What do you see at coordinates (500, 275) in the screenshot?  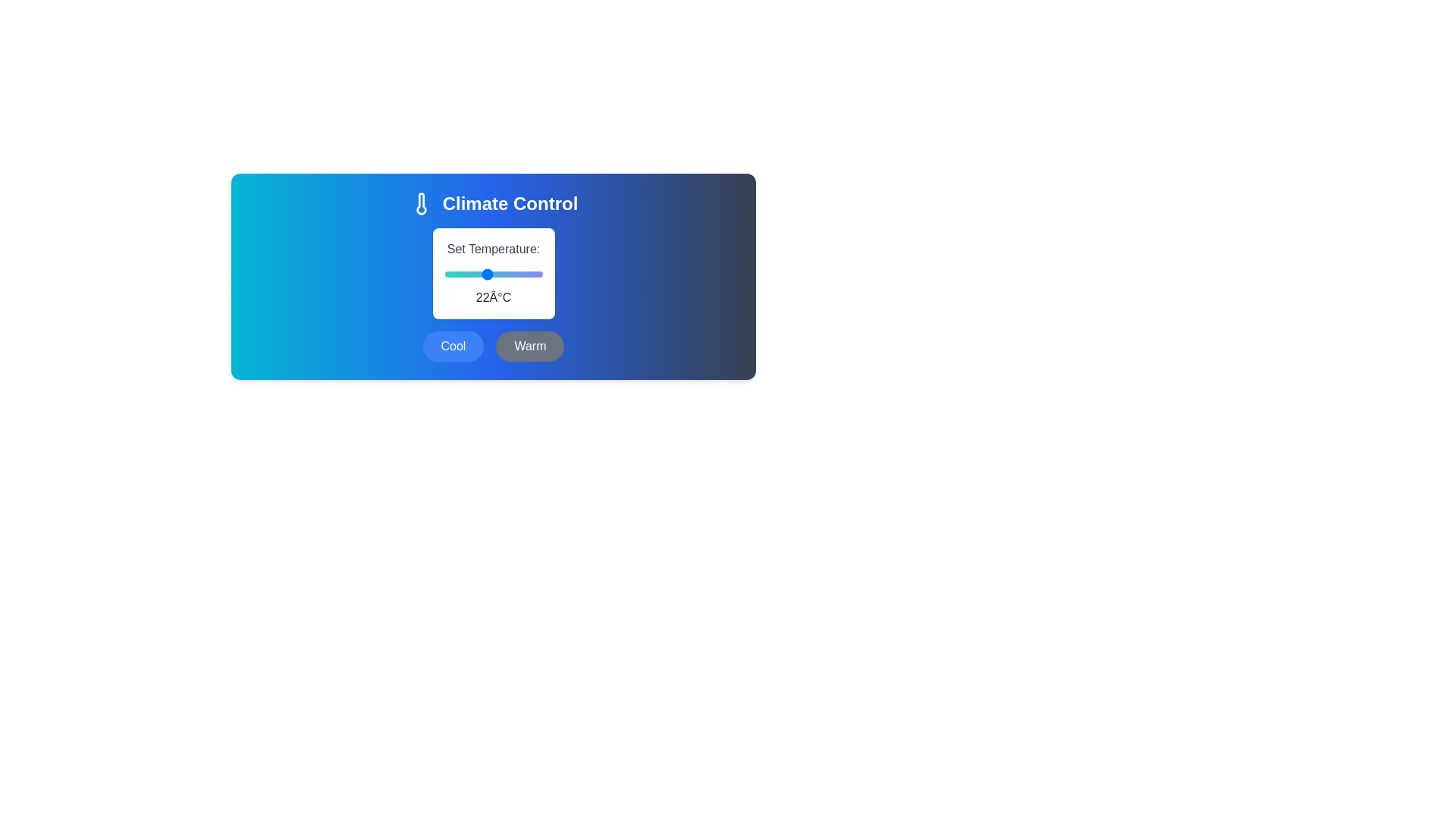 I see `the desired temperature` at bounding box center [500, 275].